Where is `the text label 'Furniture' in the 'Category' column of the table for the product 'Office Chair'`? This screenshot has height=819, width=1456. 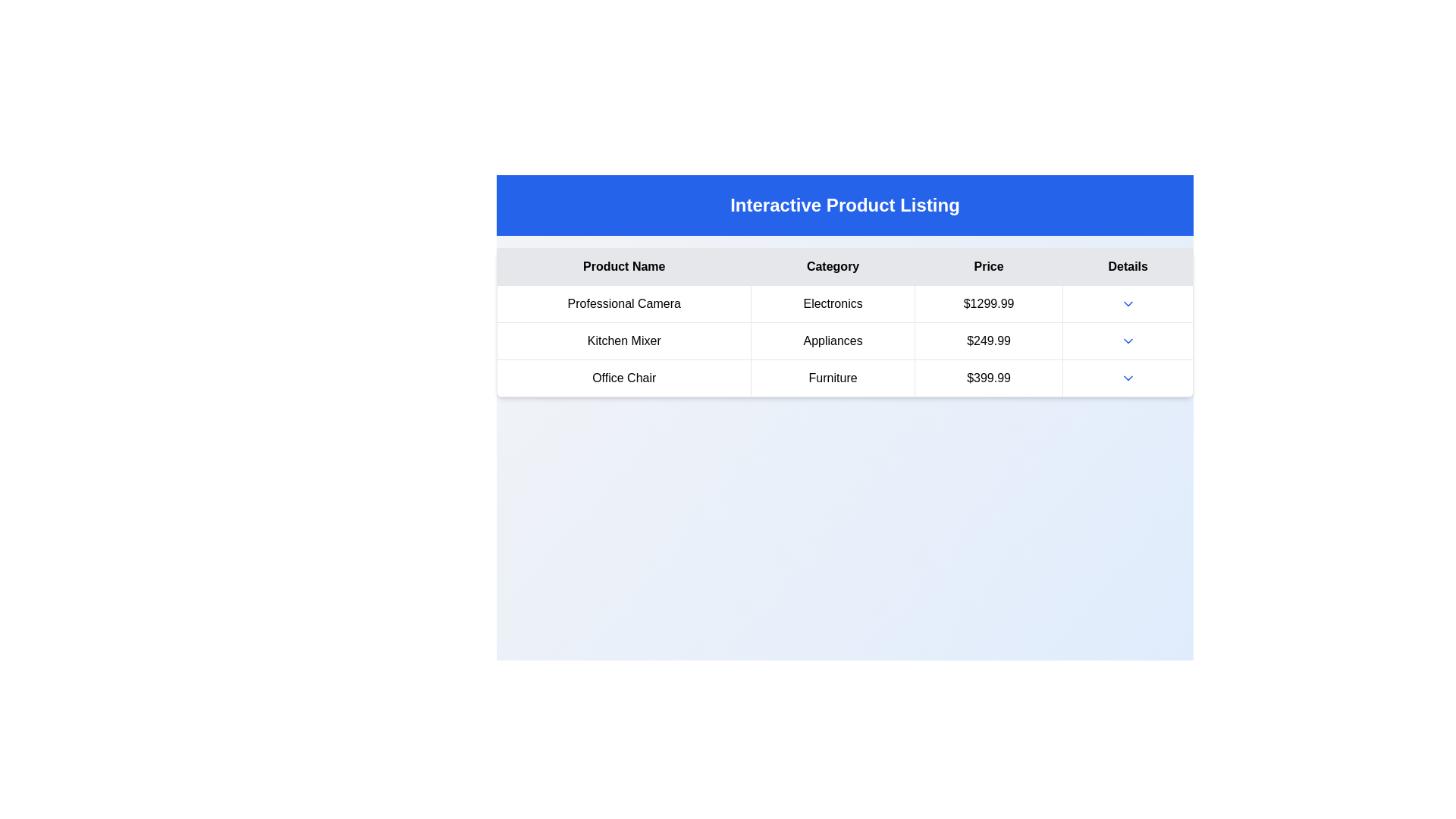
the text label 'Furniture' in the 'Category' column of the table for the product 'Office Chair' is located at coordinates (832, 377).